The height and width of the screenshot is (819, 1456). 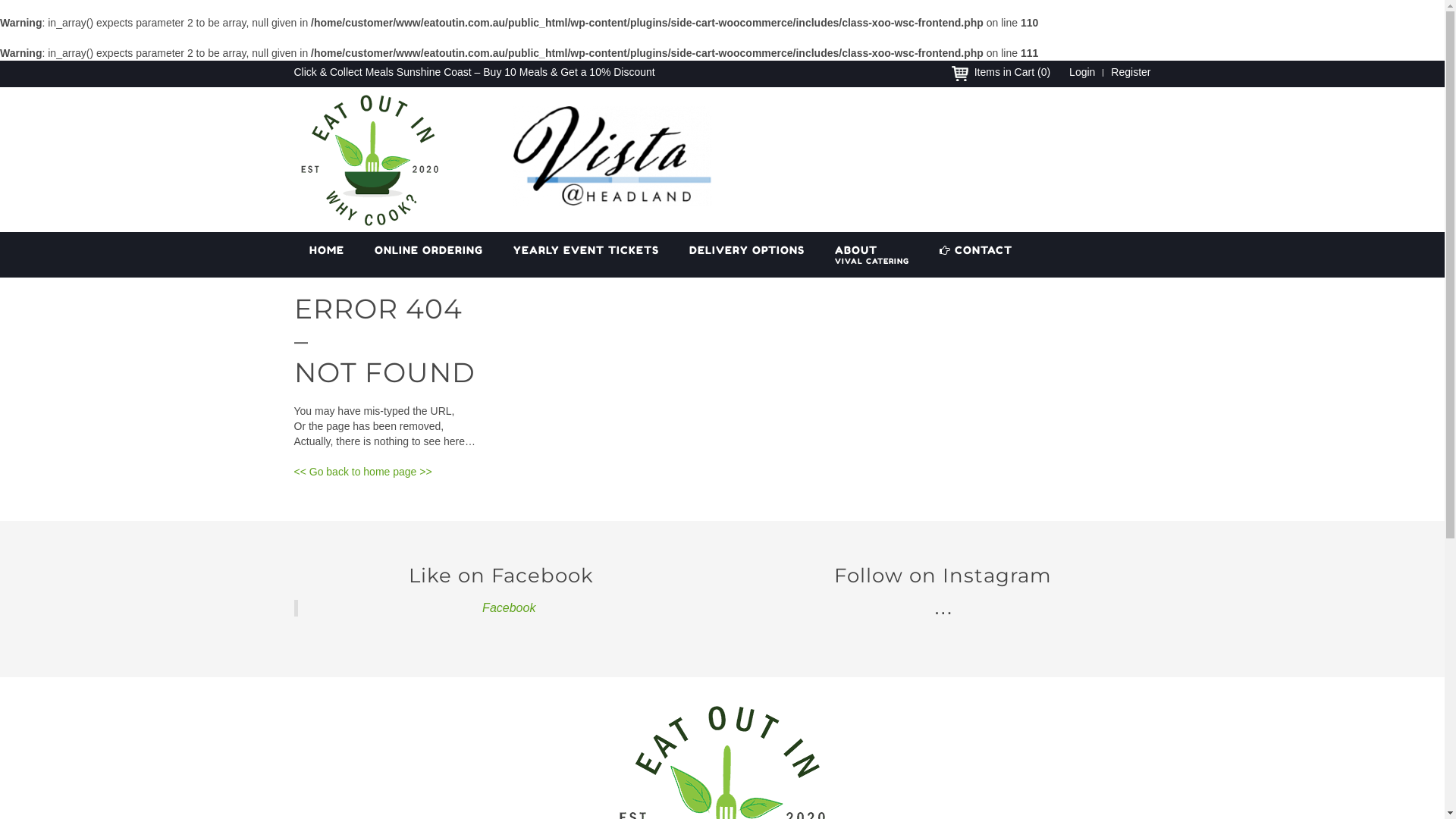 I want to click on 'Items in Cart (0)', so click(x=1012, y=72).